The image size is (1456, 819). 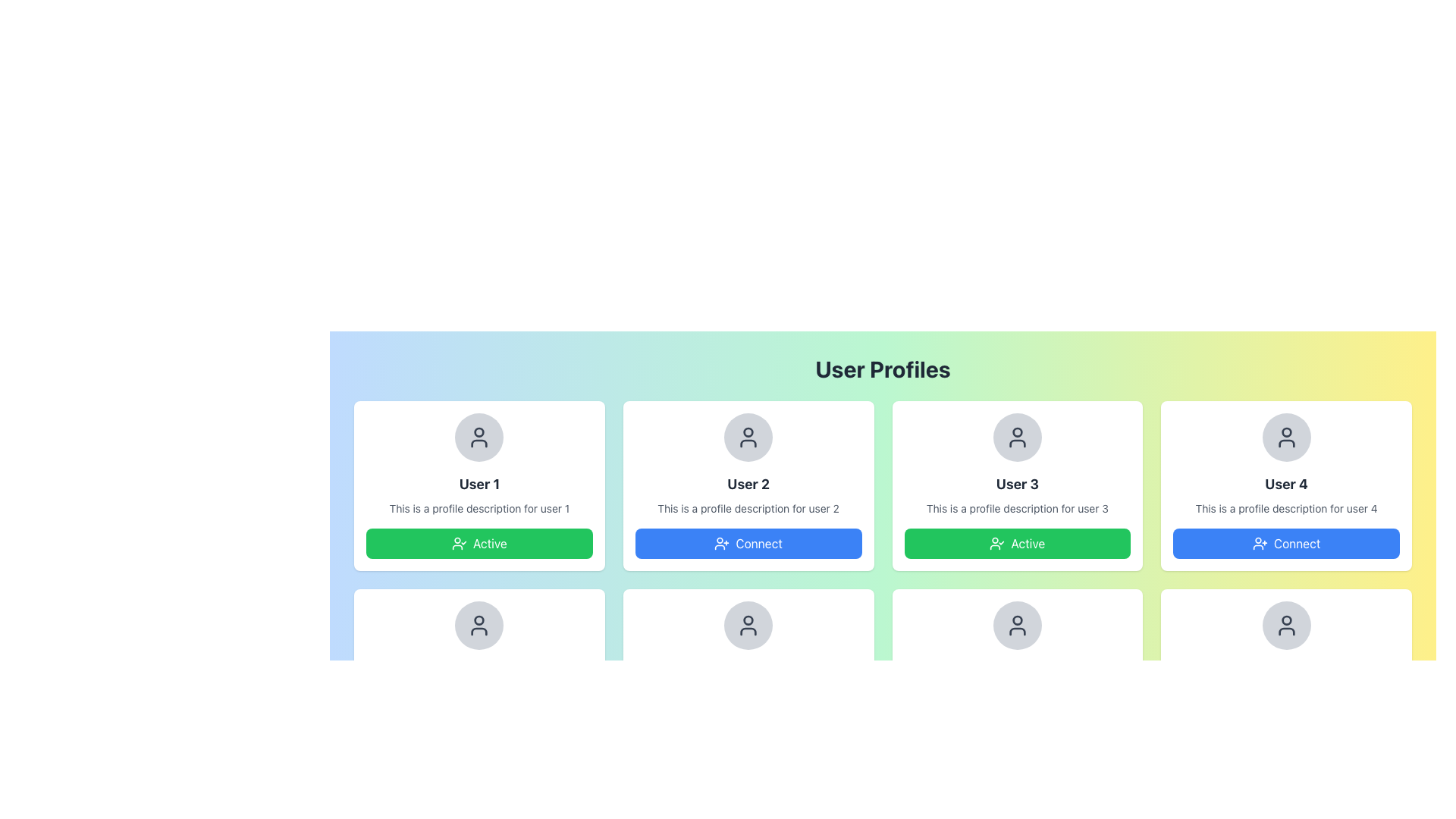 What do you see at coordinates (1285, 432) in the screenshot?
I see `the user identity icon located in the upper portion of the 'User 4' card, which visually indicates the user's status` at bounding box center [1285, 432].